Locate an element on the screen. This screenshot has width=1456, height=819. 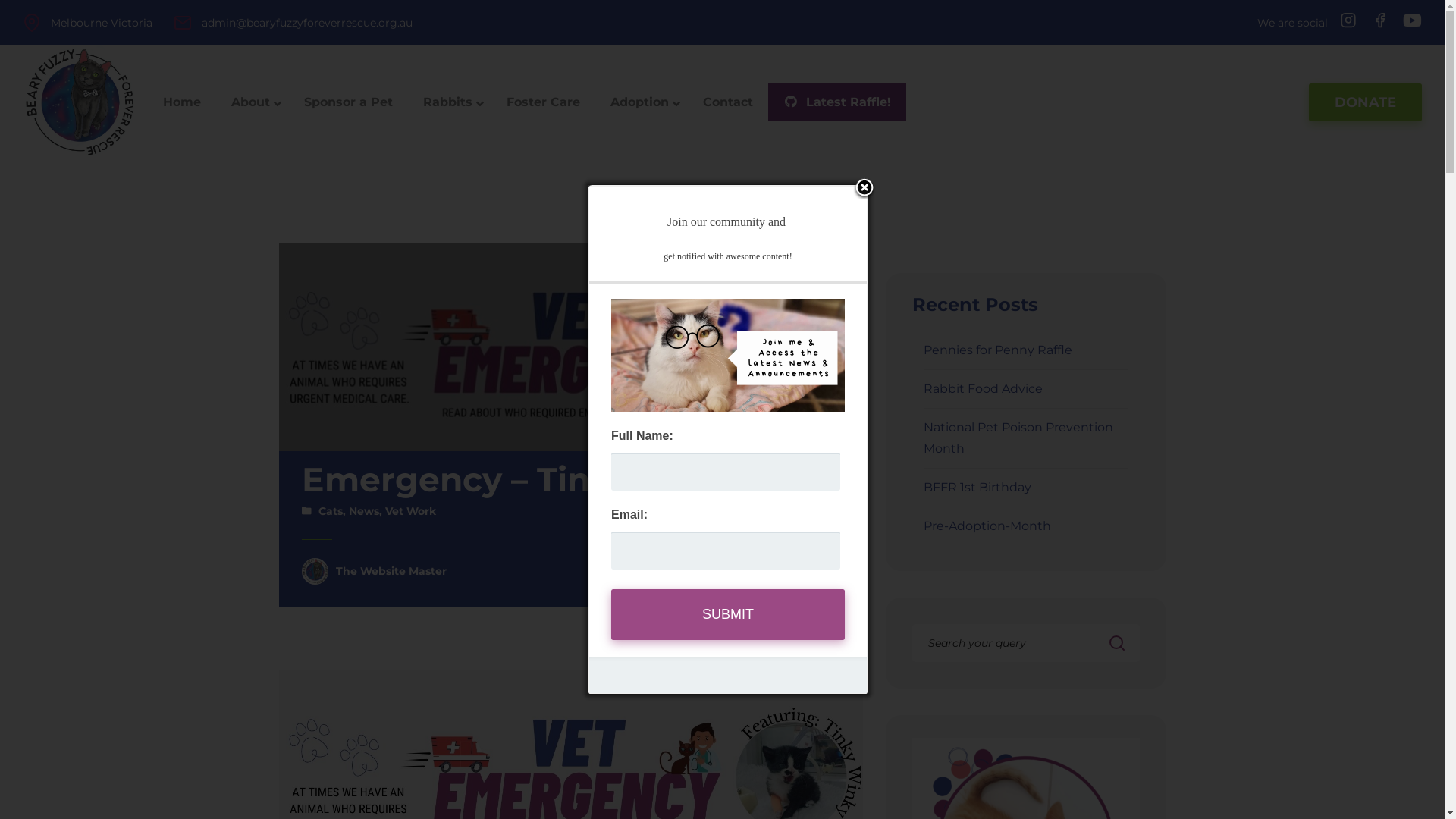
'Pre-Adoption-Month' is located at coordinates (987, 525).